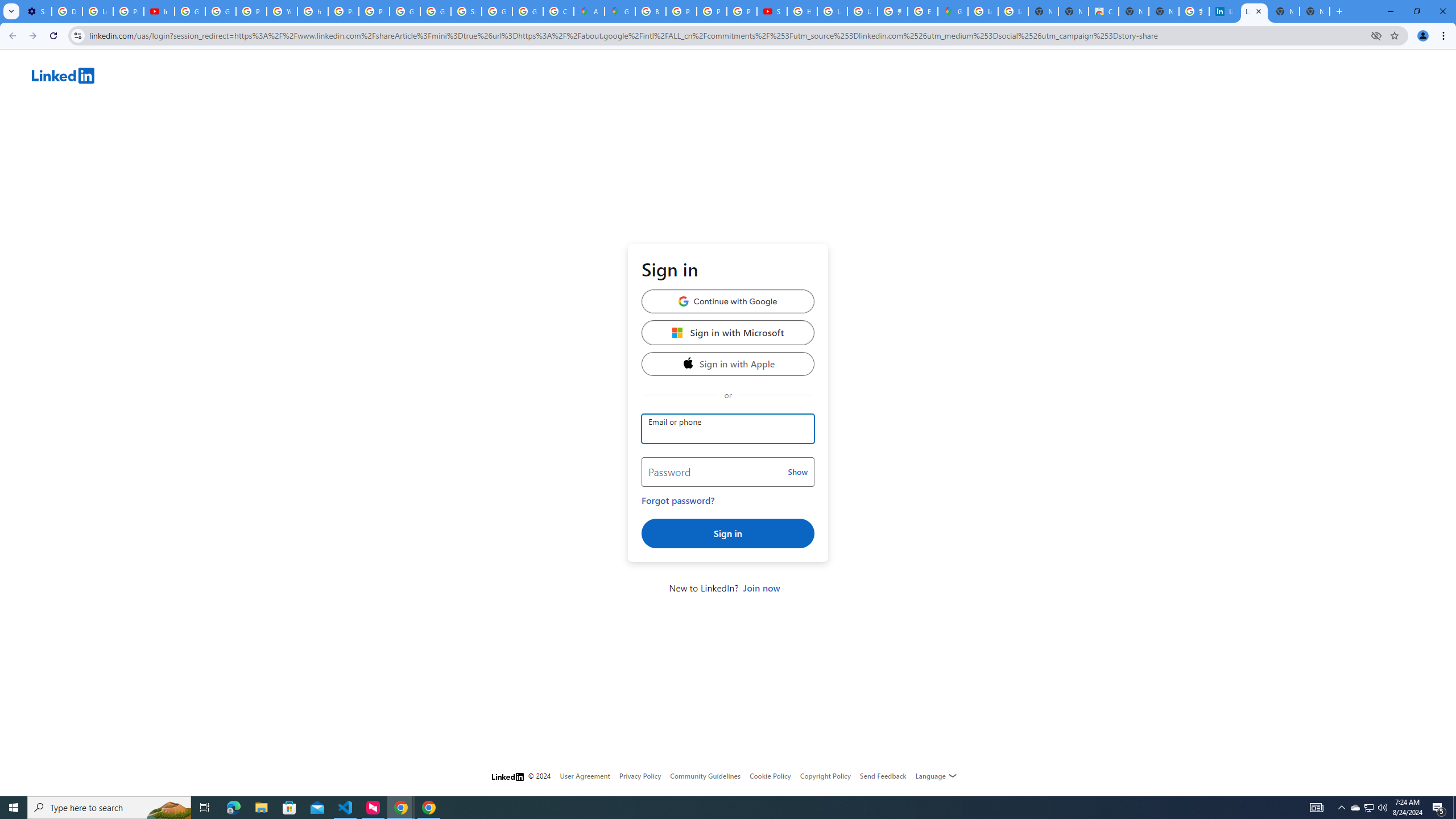  What do you see at coordinates (728, 472) in the screenshot?
I see `'Password'` at bounding box center [728, 472].